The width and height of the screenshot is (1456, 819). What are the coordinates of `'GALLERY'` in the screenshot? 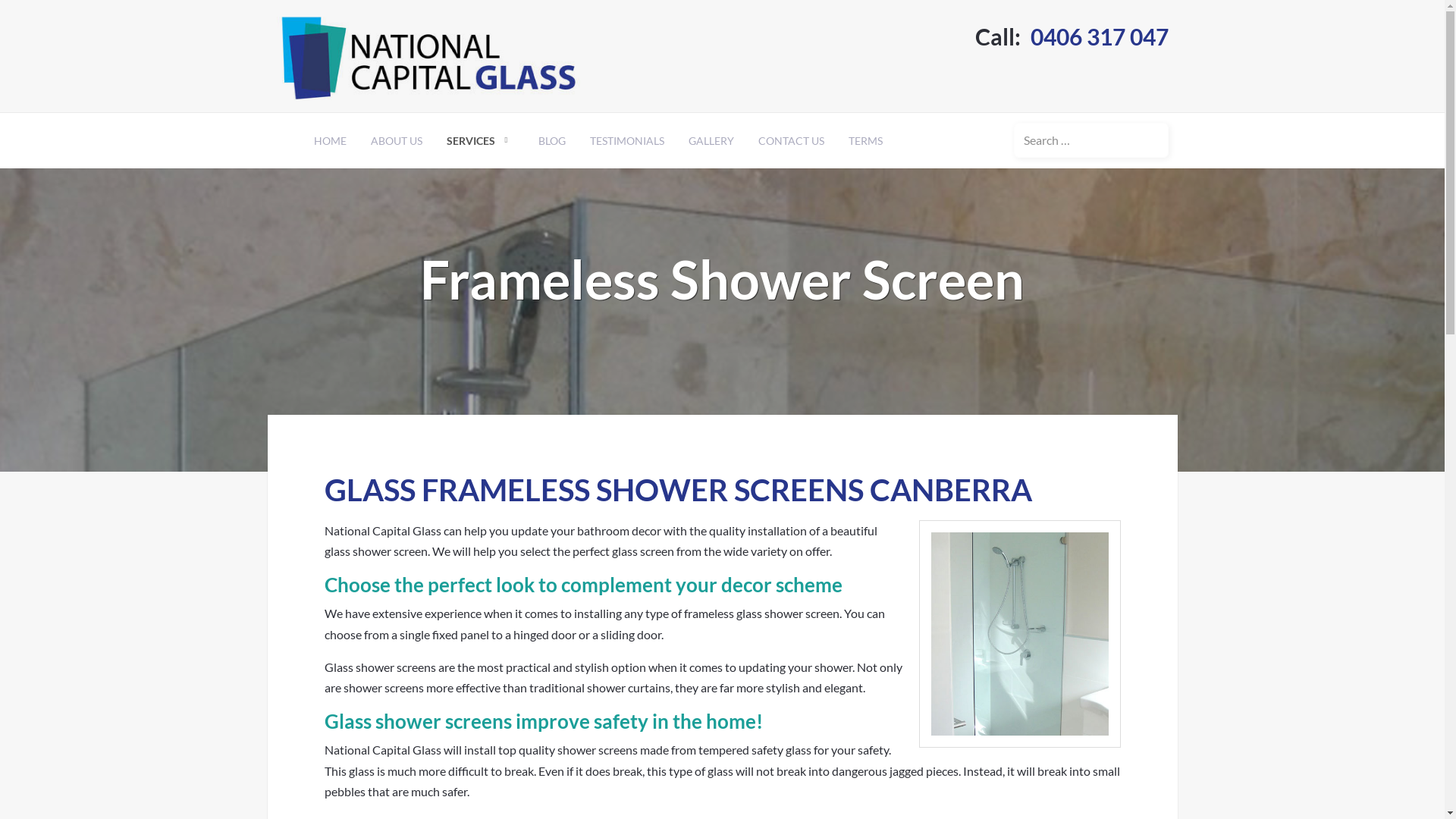 It's located at (710, 140).